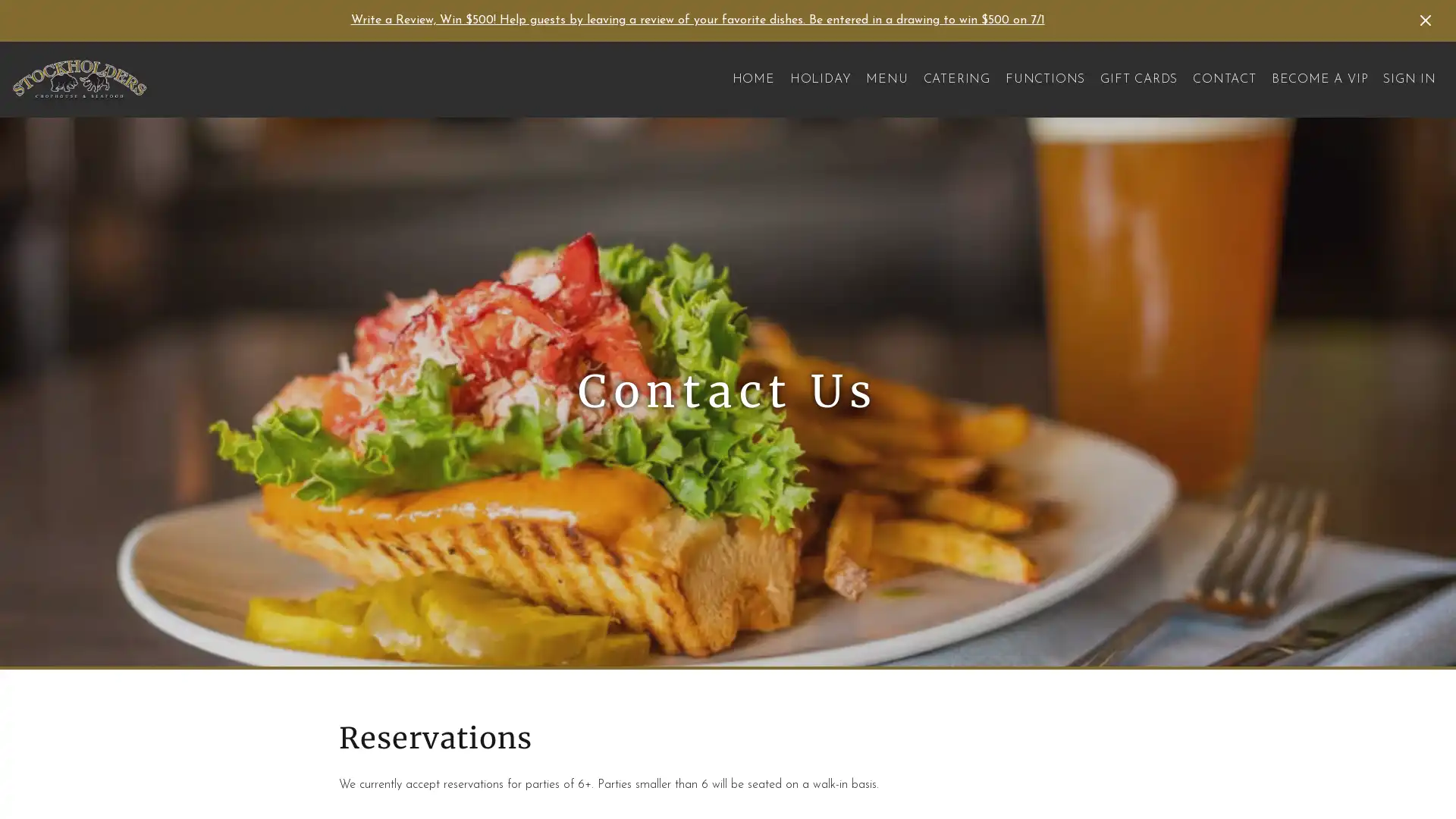  I want to click on SIGN IN, so click(1408, 79).